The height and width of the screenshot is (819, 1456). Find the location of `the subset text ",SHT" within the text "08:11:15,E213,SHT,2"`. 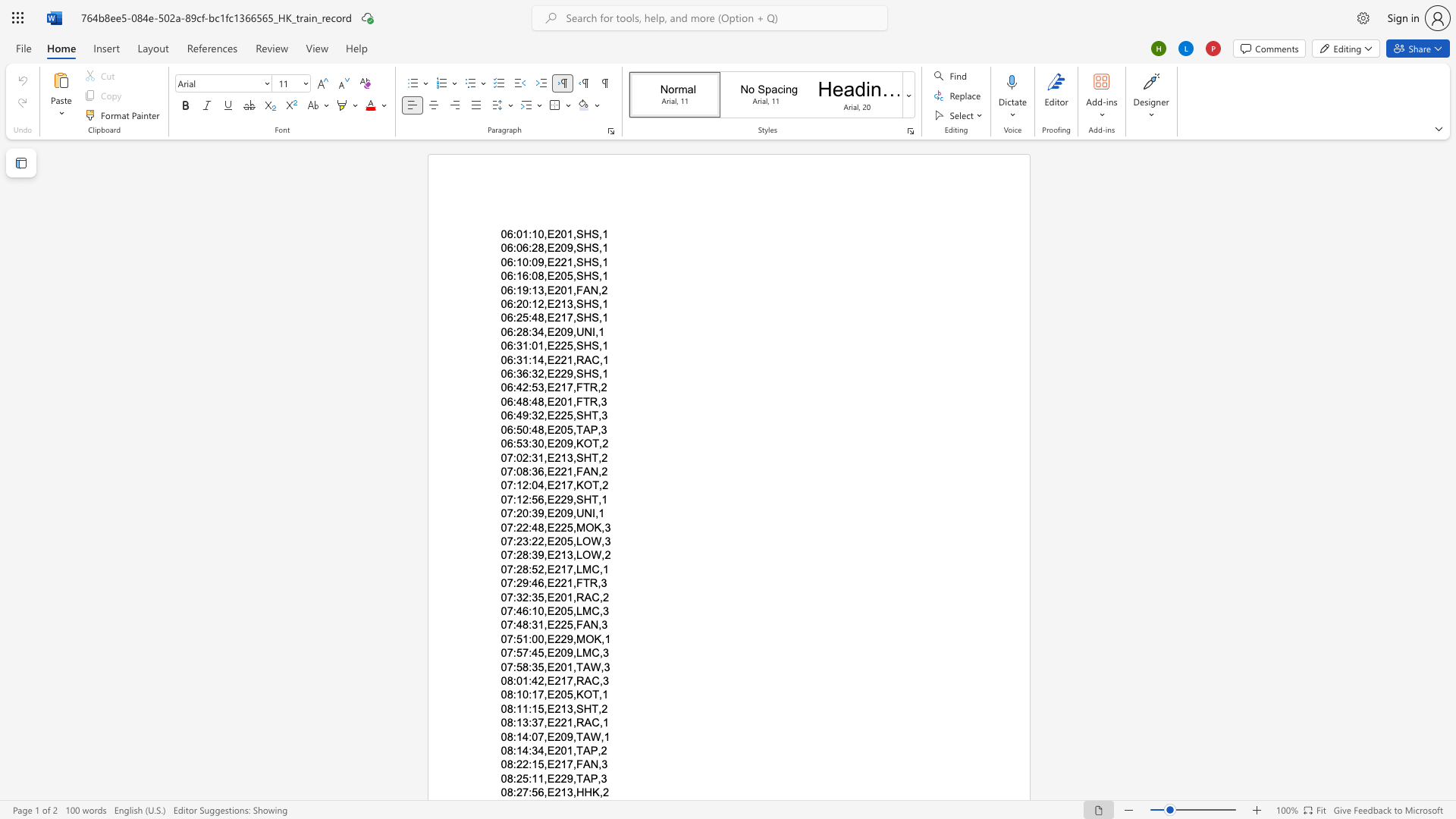

the subset text ",SHT" within the text "08:11:15,E213,SHT,2" is located at coordinates (572, 708).